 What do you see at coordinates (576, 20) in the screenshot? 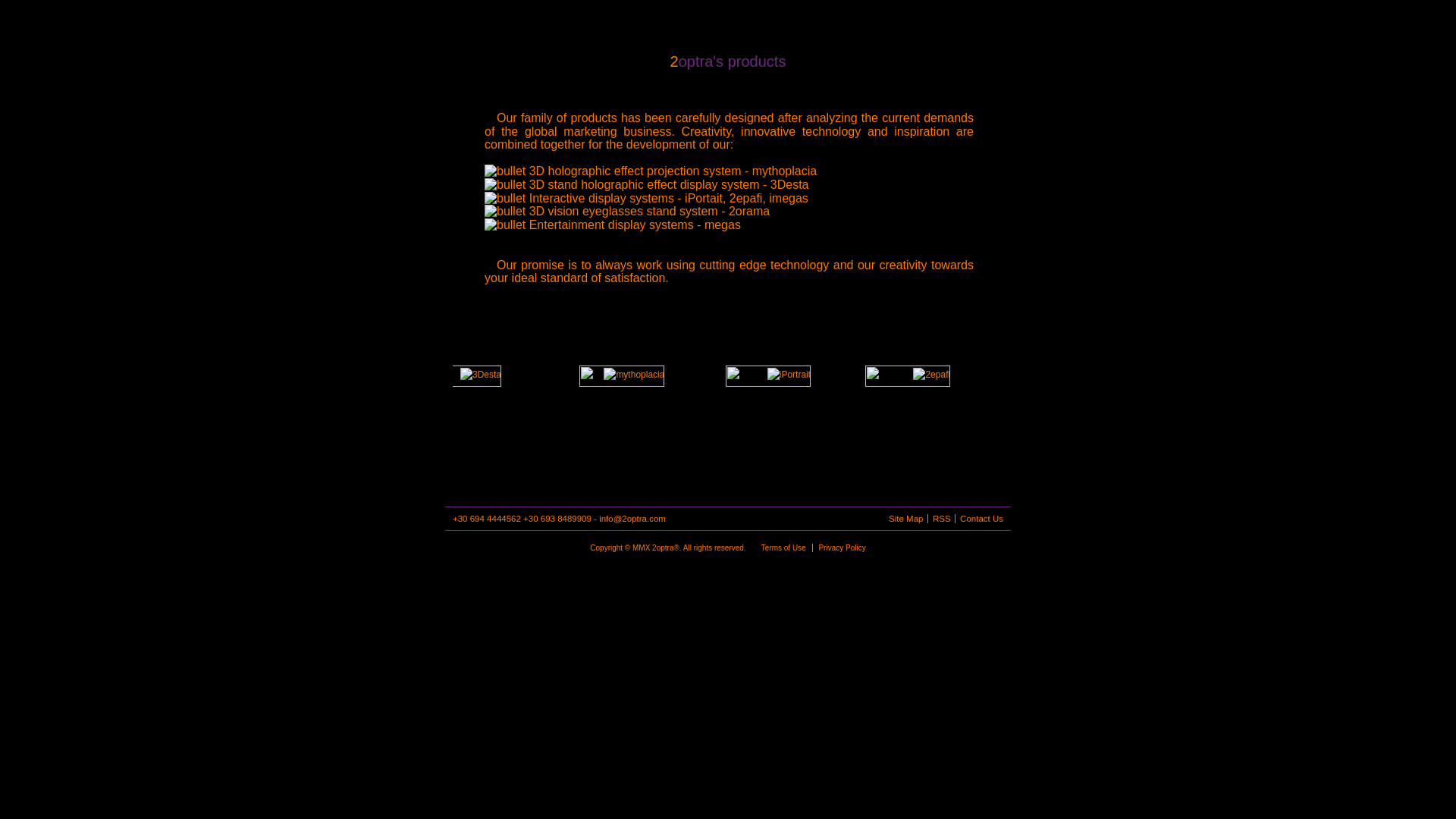
I see `'products'` at bounding box center [576, 20].